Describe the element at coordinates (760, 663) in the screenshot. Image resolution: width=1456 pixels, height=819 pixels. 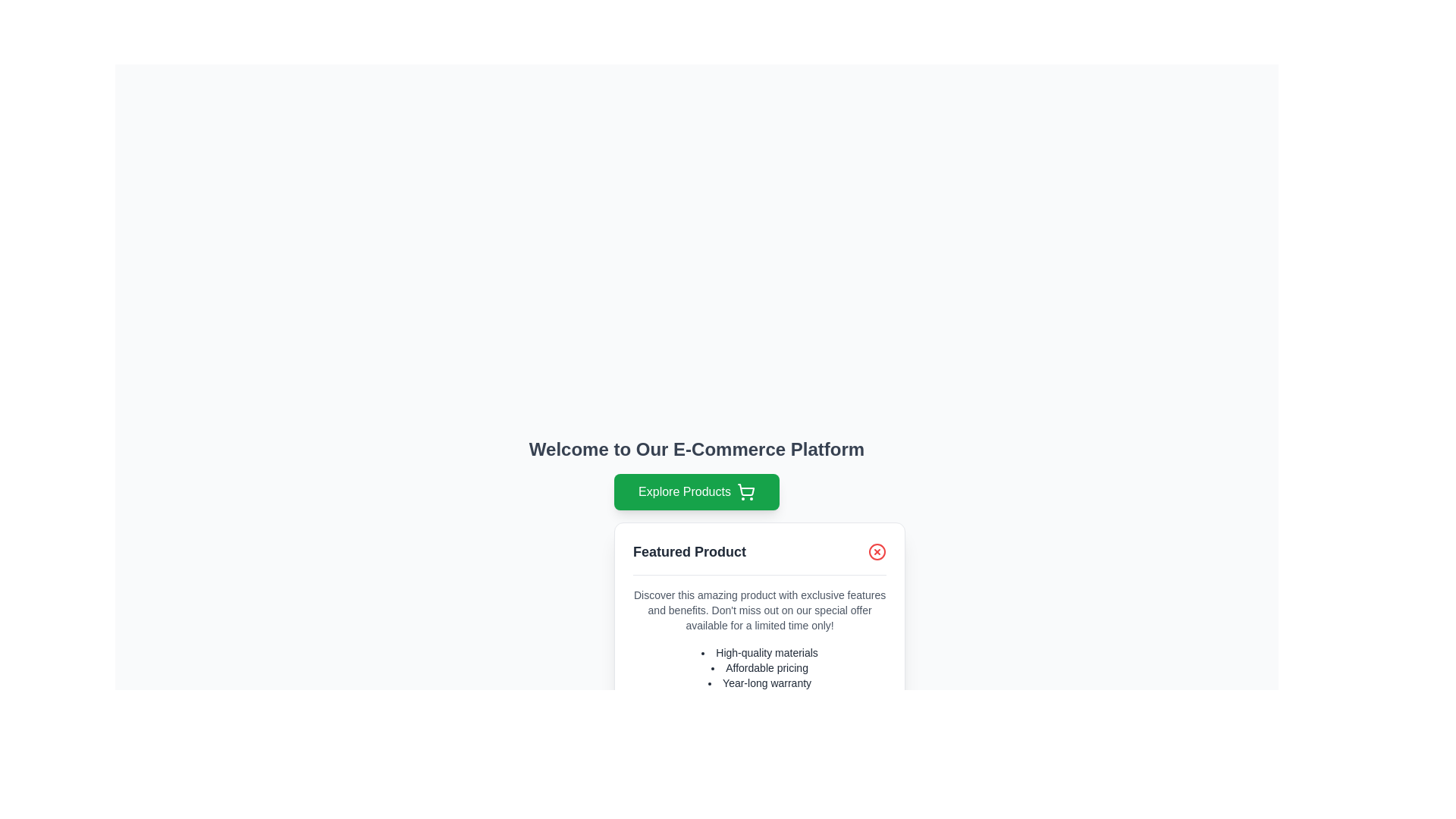
I see `detailed information and benefits provided in the Informational text block located within the 'Featured Product' card, which is situated above the 'Learn More' button` at that location.